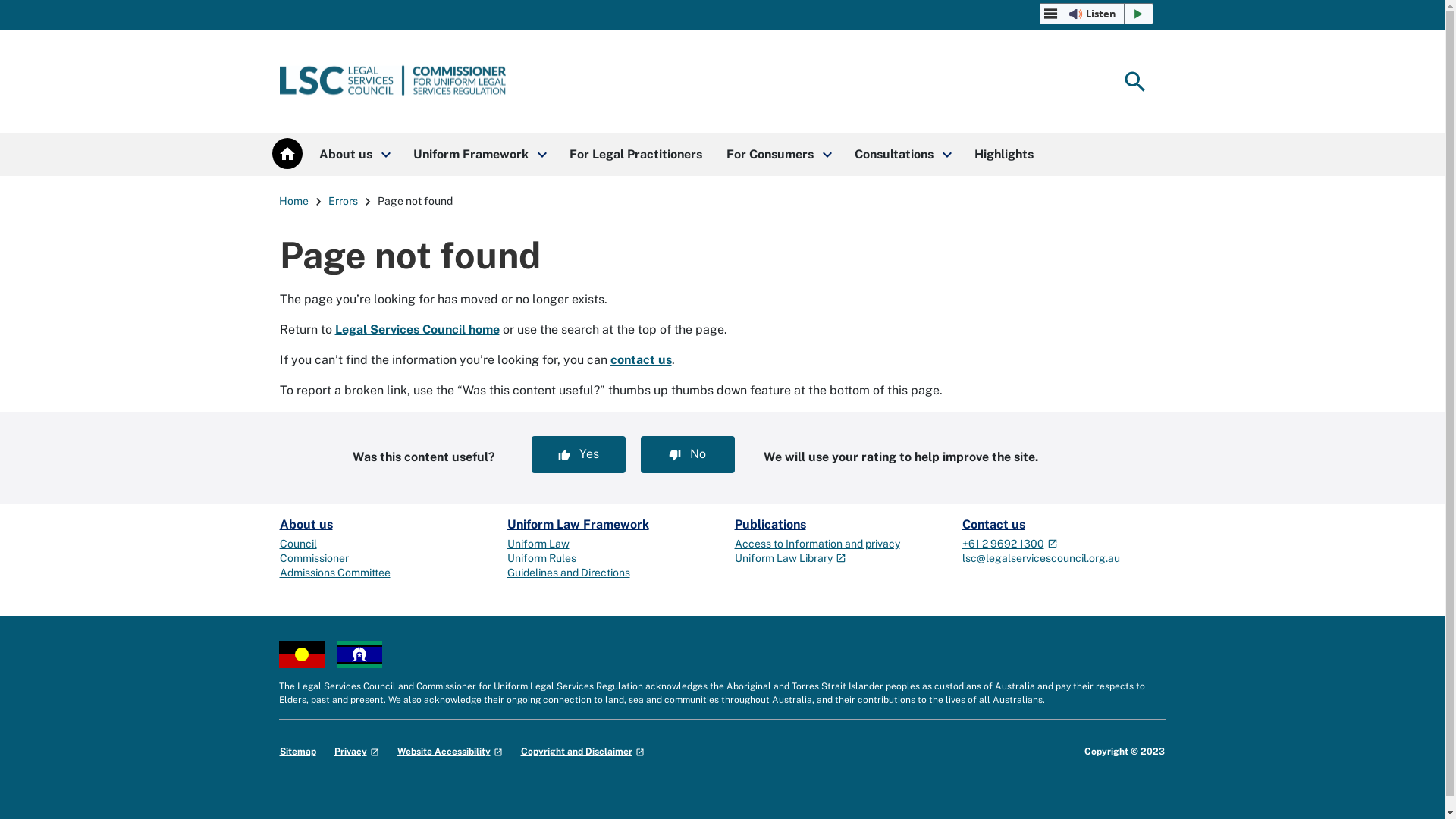 This screenshot has height=819, width=1456. I want to click on 'Legal Services Council home', so click(417, 328).